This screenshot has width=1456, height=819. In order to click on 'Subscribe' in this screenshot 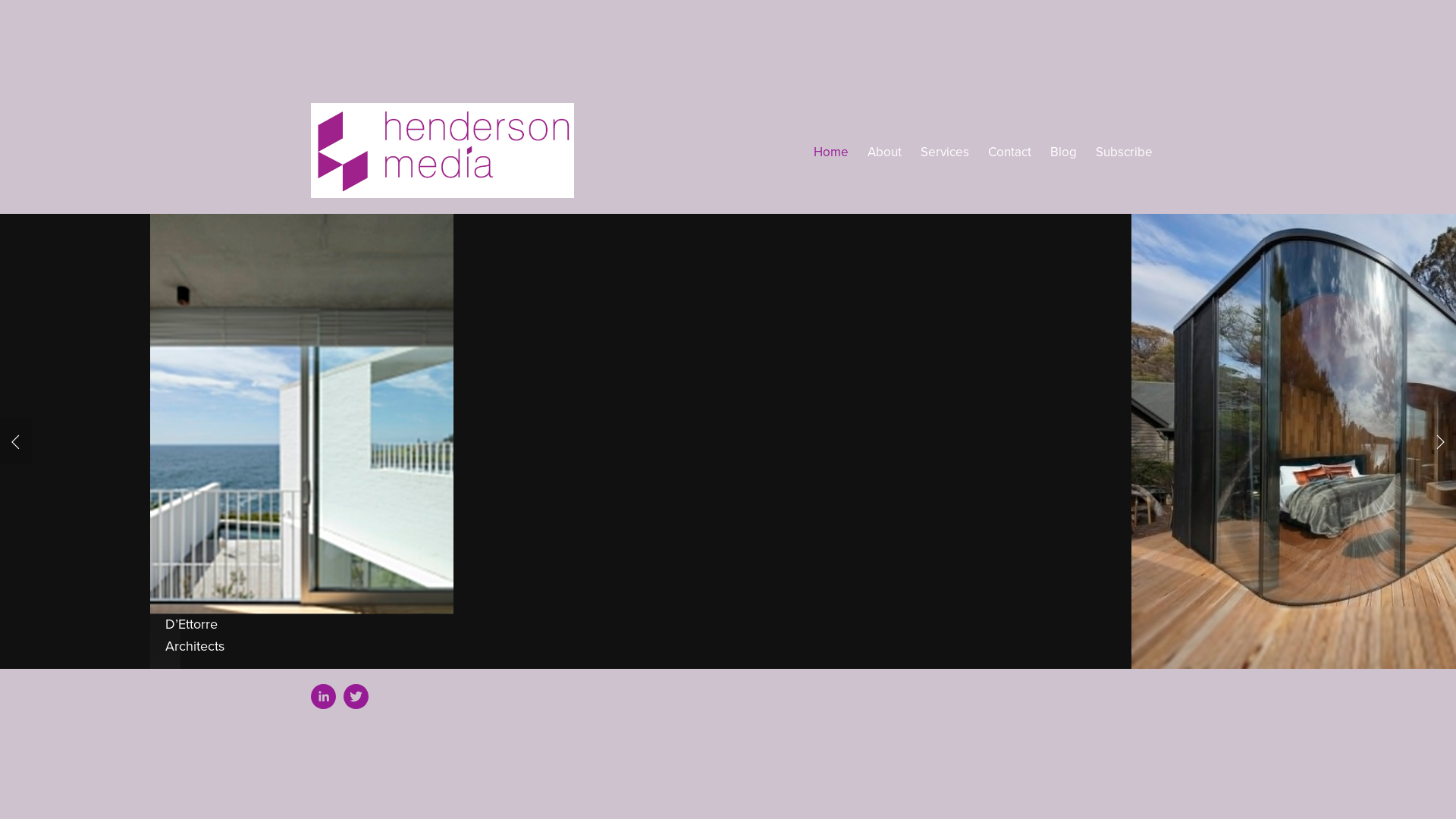, I will do `click(1095, 152)`.